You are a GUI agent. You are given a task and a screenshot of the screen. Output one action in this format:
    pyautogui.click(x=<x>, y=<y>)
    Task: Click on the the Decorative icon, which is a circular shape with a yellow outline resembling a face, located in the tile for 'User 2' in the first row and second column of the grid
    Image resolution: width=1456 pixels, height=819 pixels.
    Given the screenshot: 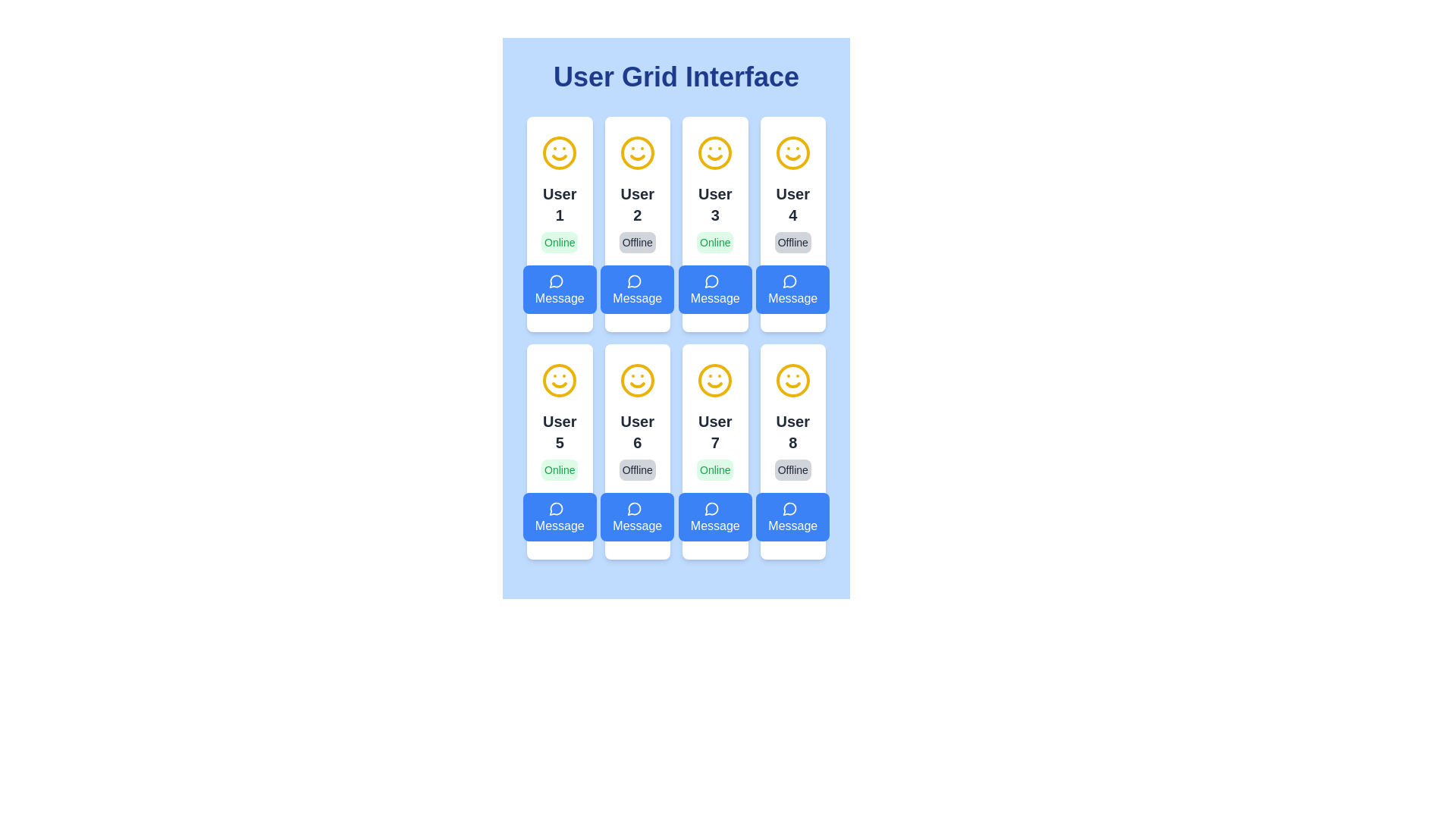 What is the action you would take?
    pyautogui.click(x=637, y=152)
    